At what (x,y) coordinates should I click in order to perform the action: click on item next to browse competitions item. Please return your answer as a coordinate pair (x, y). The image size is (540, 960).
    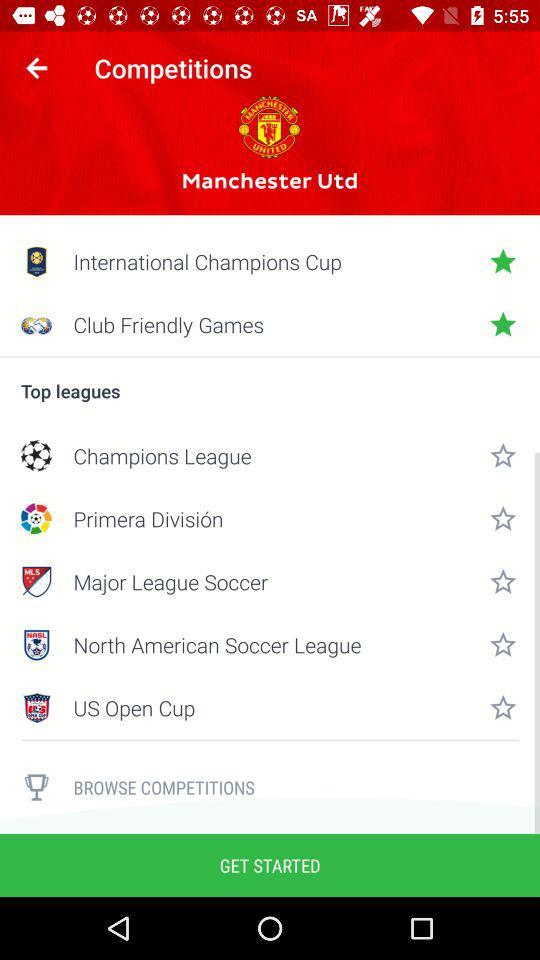
    Looking at the image, I should click on (36, 787).